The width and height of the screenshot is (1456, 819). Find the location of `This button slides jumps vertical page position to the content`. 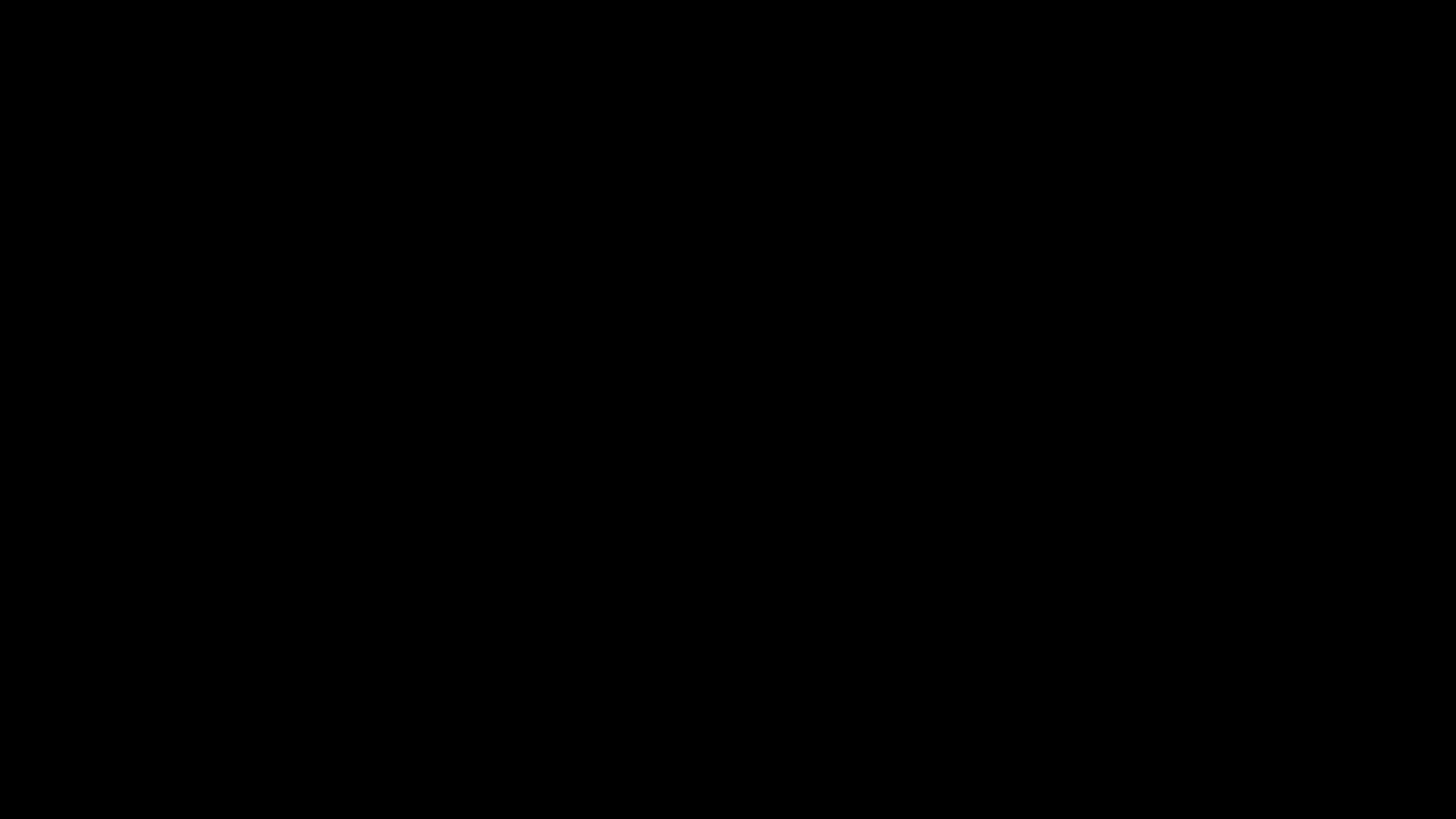

This button slides jumps vertical page position to the content is located at coordinates (746, 769).